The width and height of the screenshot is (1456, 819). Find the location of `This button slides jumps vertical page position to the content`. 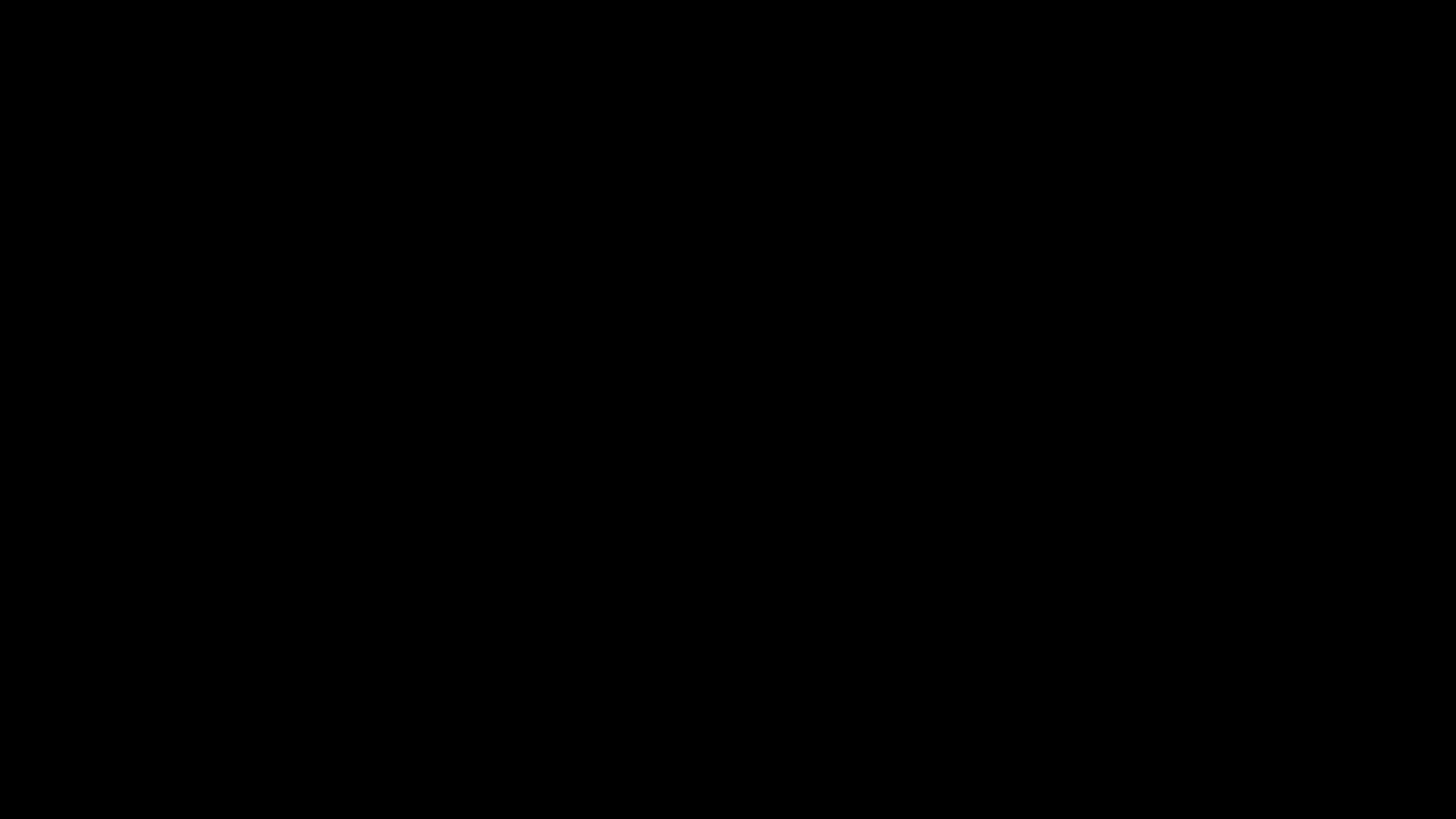

This button slides jumps vertical page position to the content is located at coordinates (746, 769).